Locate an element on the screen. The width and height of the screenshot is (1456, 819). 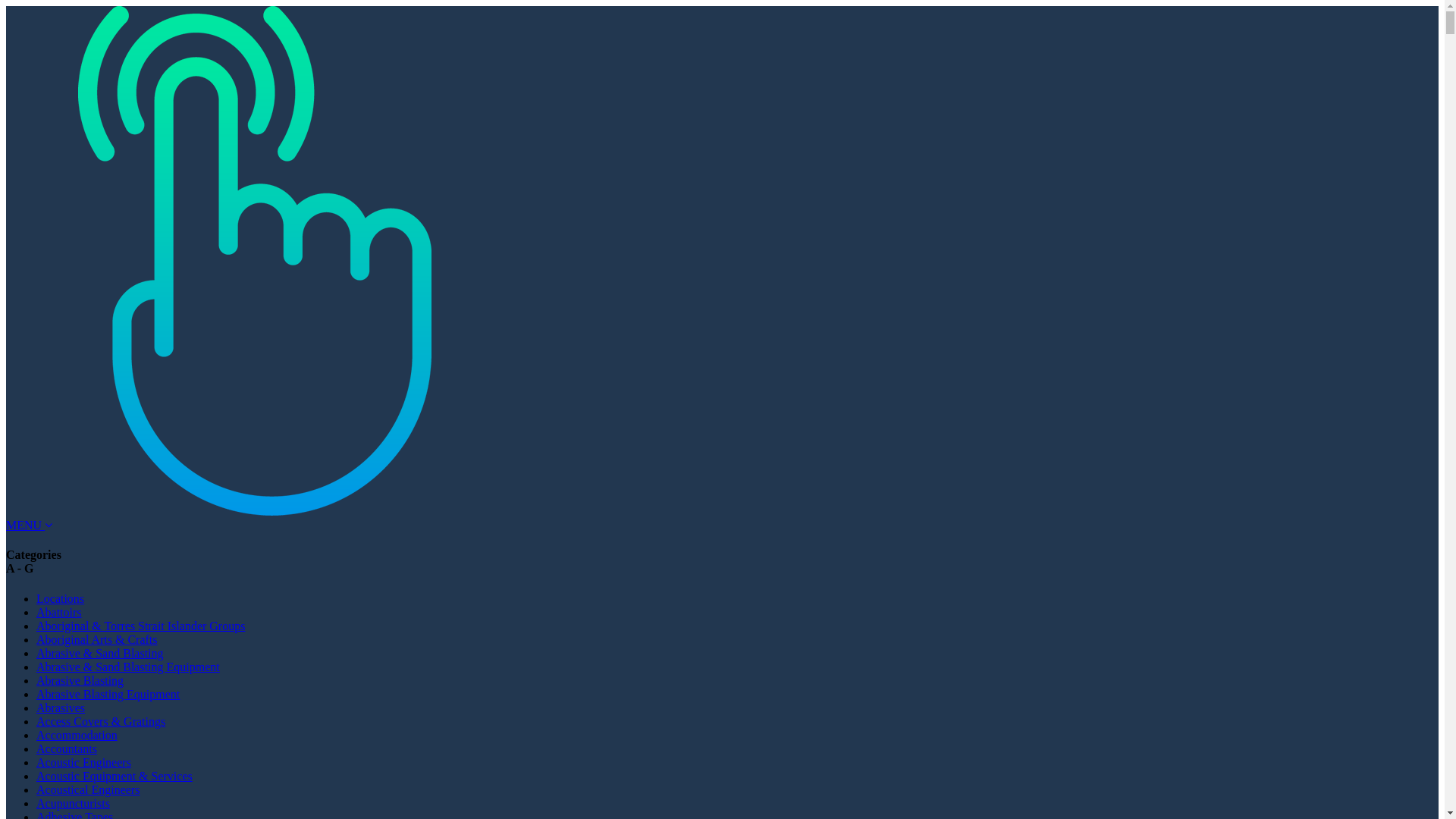
'Abrasive Blasting' is located at coordinates (36, 679).